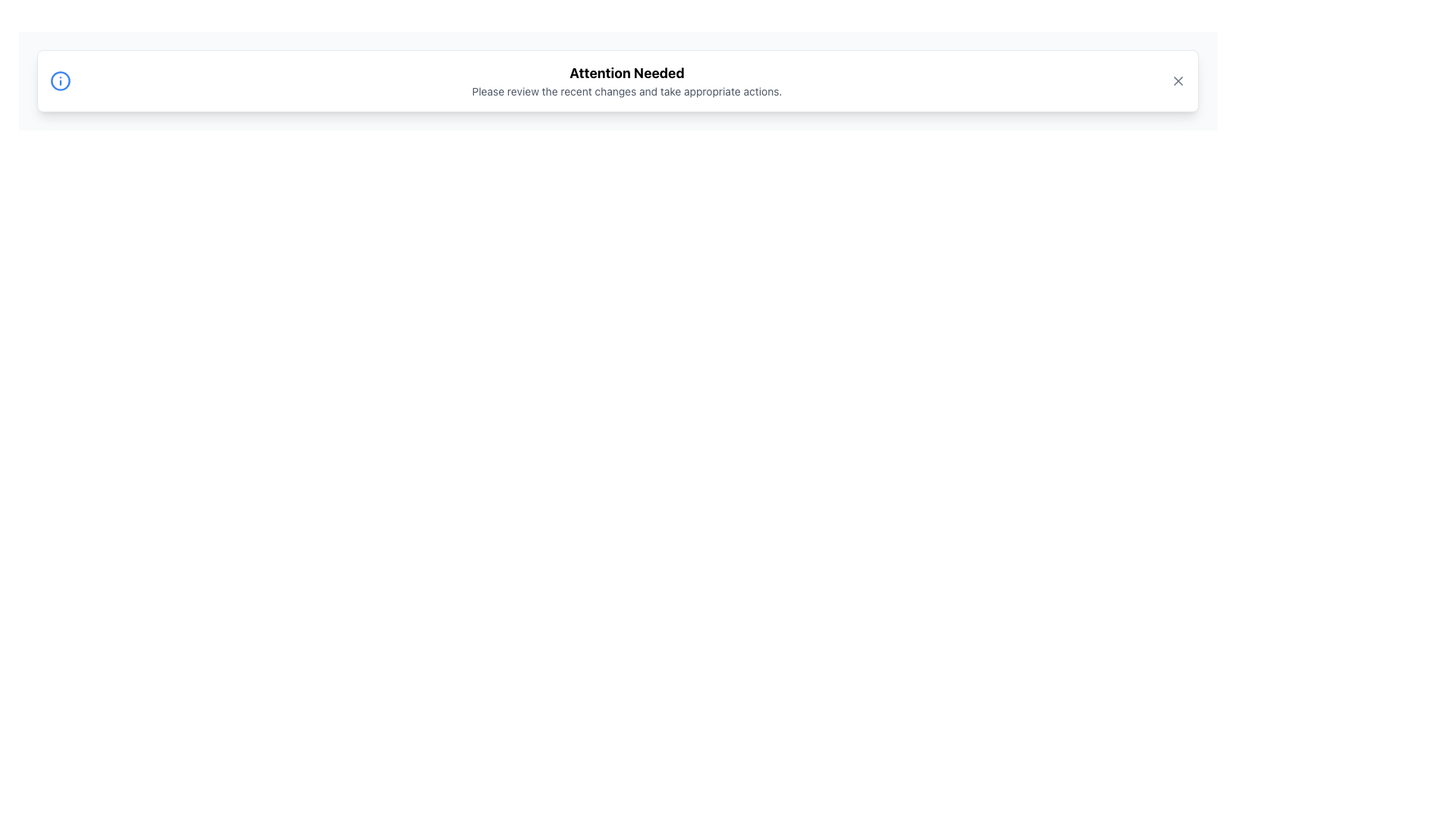 The width and height of the screenshot is (1456, 819). What do you see at coordinates (626, 91) in the screenshot?
I see `the text label that reads 'Please review the recent changes and take appropriate actions.', which is positioned below the heading 'Attention Needed'` at bounding box center [626, 91].